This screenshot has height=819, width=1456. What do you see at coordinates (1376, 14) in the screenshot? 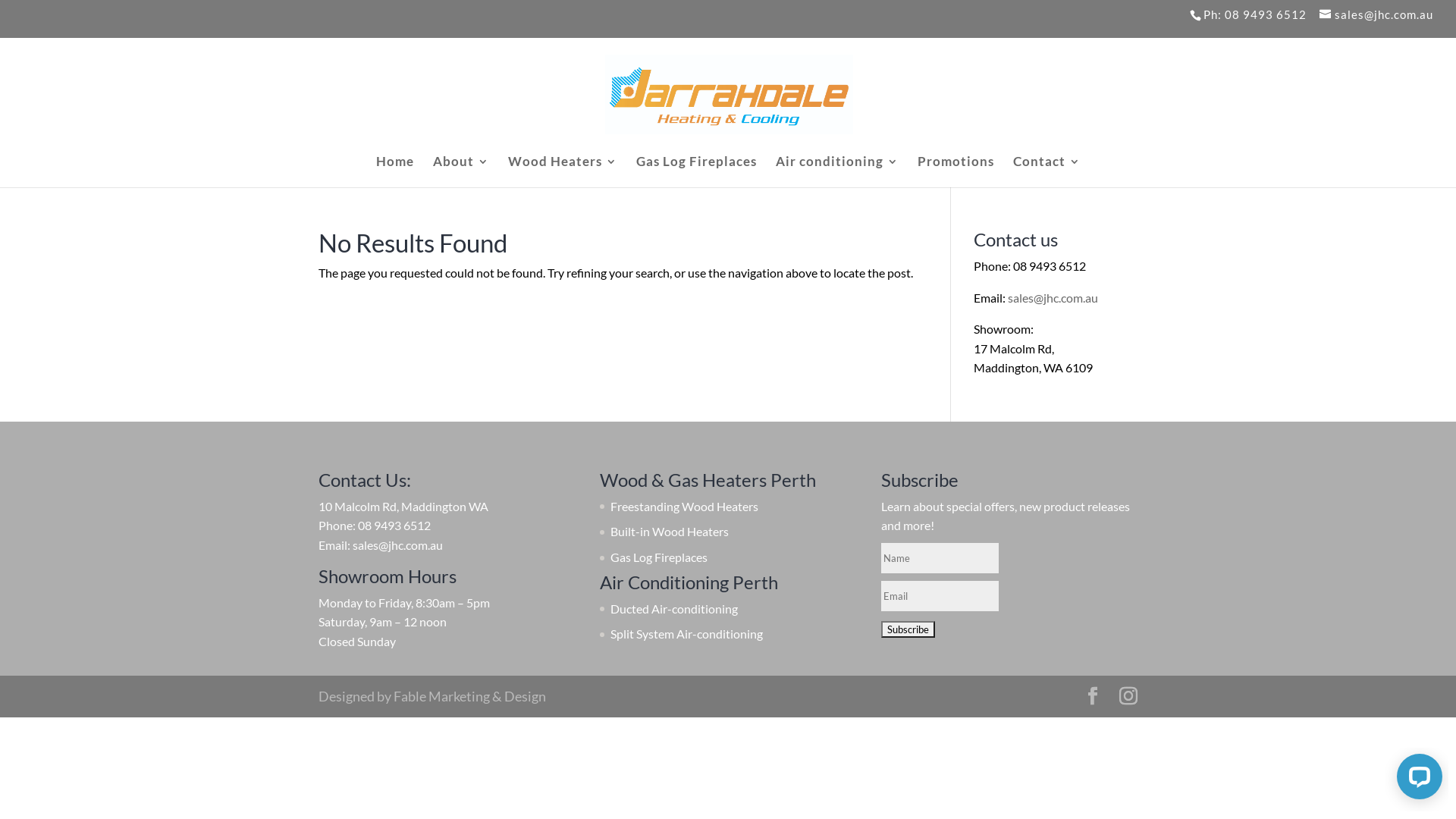
I see `'sales@jhc.com.au'` at bounding box center [1376, 14].